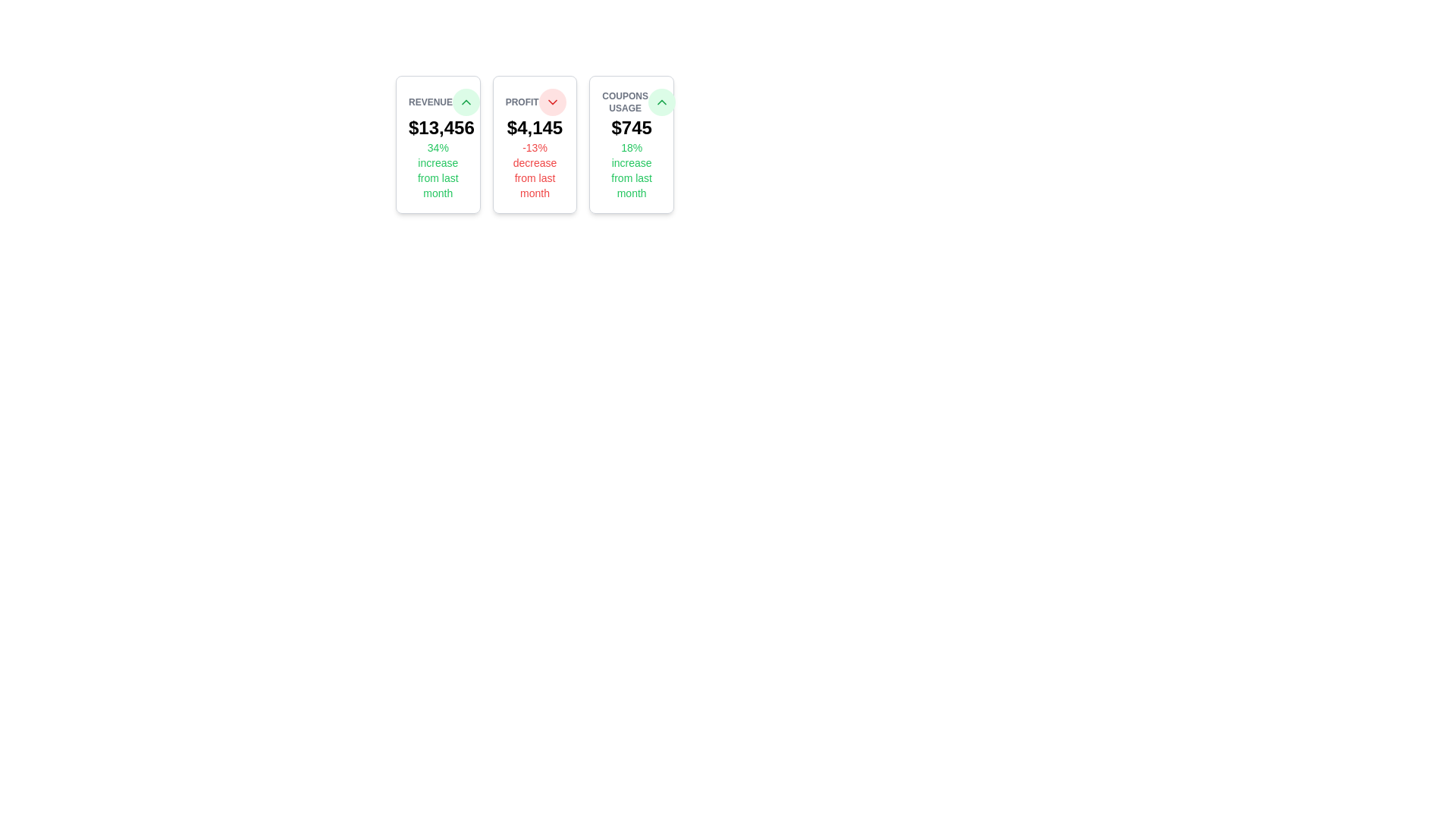 The image size is (1456, 819). Describe the element at coordinates (632, 145) in the screenshot. I see `the informational card displaying 'Coupons usage' with a large bold number '$745' and a green upward arrow icon at the top right` at that location.